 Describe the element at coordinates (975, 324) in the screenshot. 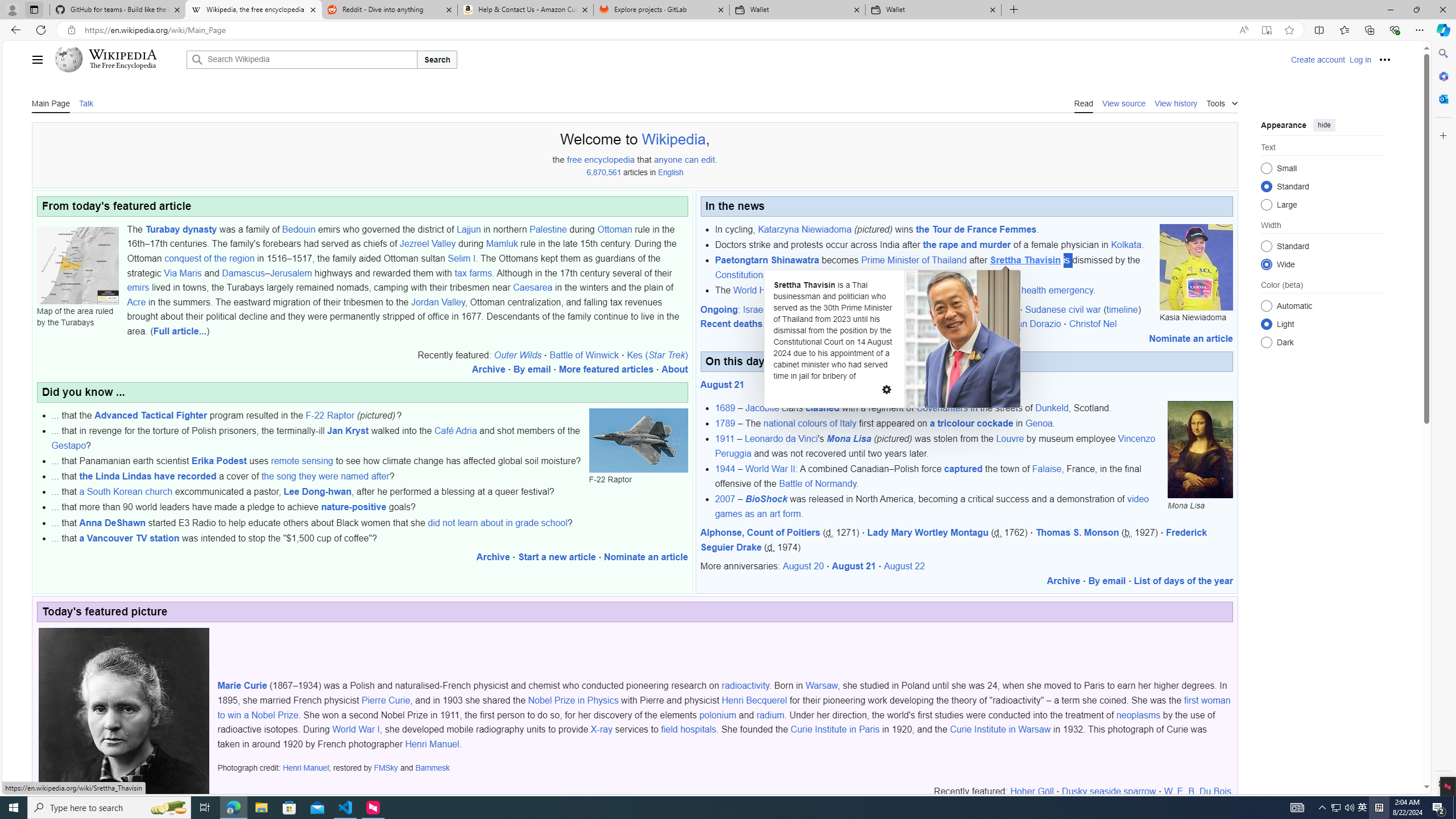

I see `'John Lansing'` at that location.